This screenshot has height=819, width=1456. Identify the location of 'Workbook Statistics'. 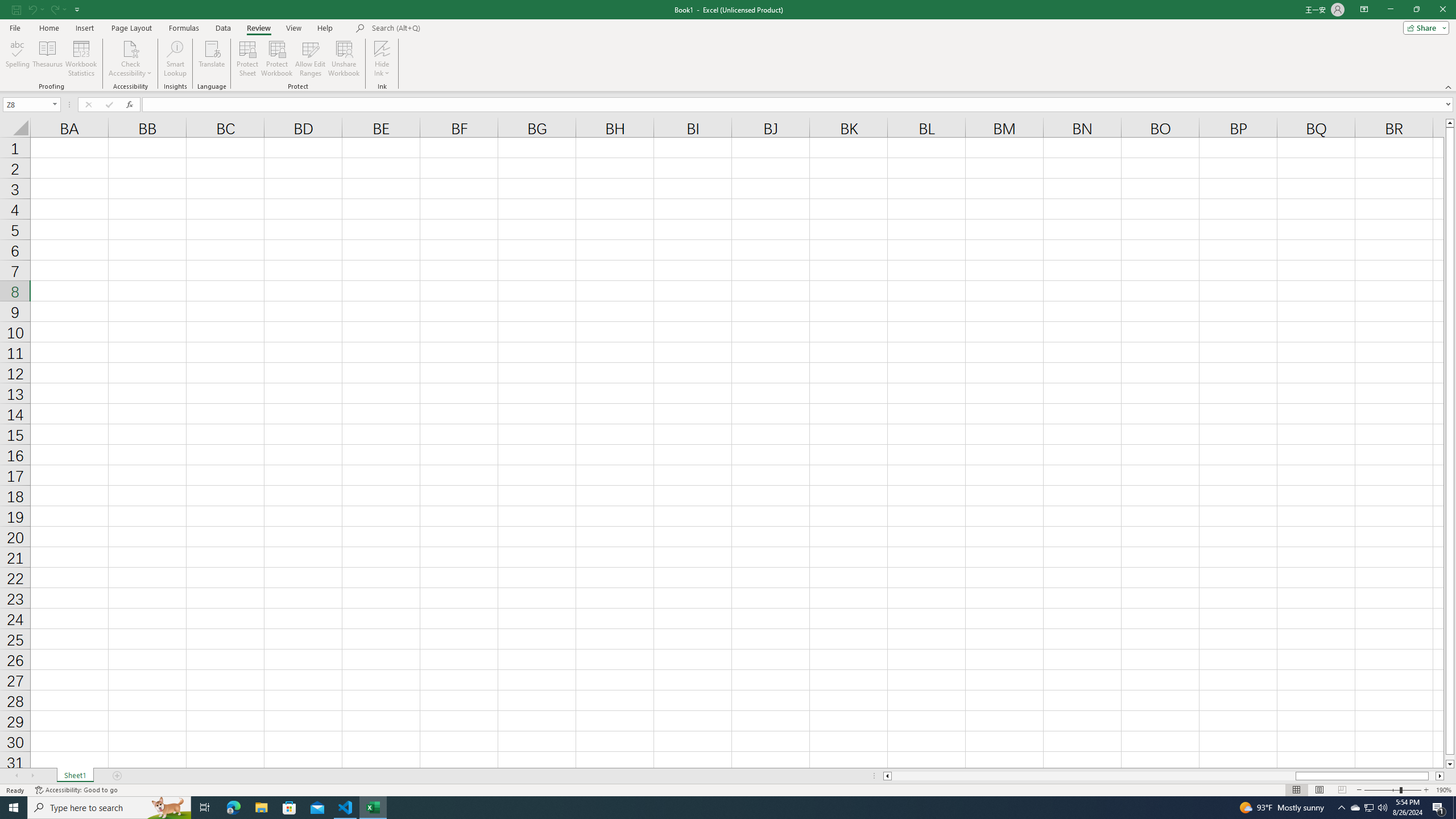
(81, 59).